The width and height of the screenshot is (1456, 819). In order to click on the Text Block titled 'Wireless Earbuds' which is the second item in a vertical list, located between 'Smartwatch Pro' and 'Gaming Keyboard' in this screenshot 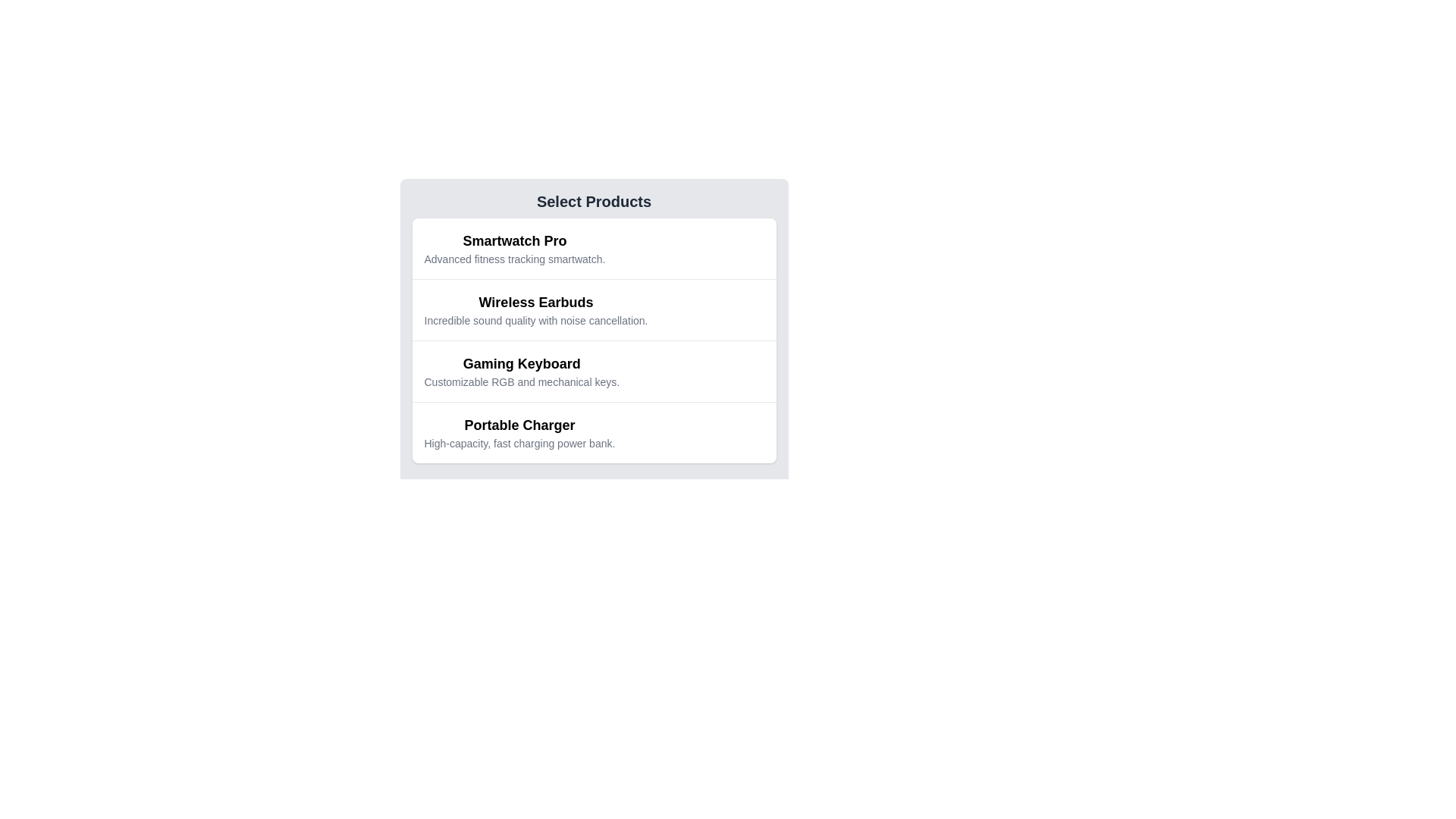, I will do `click(535, 309)`.